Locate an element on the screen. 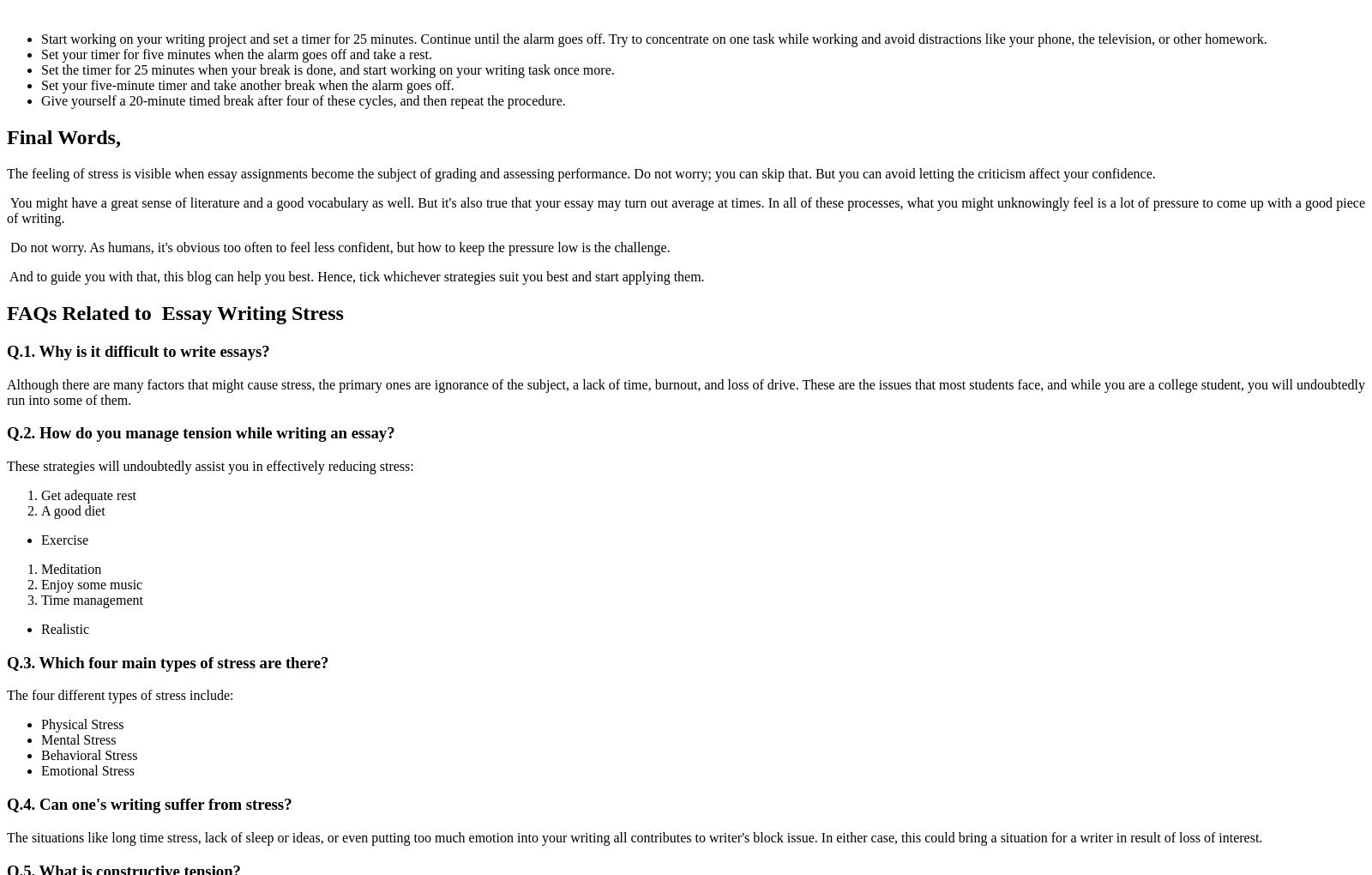  'Q.3. Which four main types of stress are there?' is located at coordinates (6, 661).